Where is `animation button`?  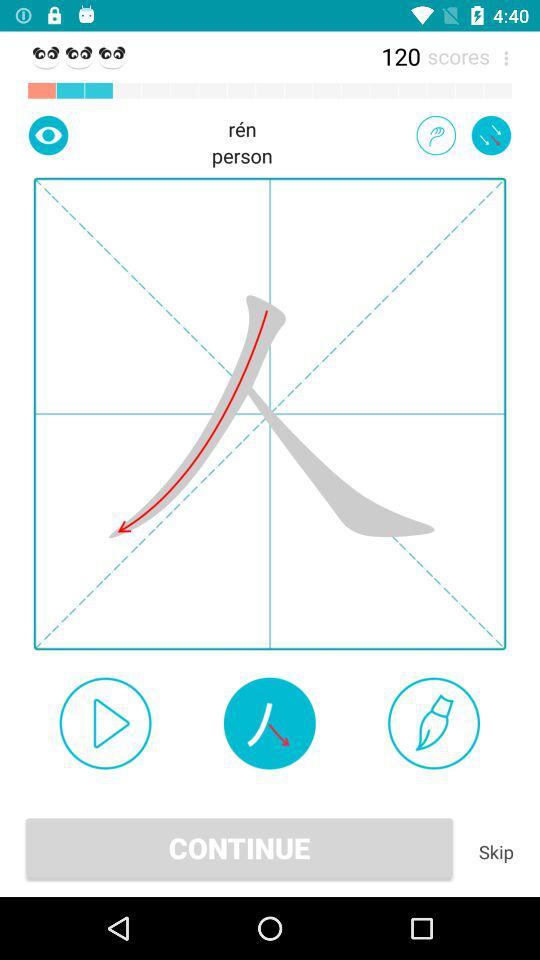 animation button is located at coordinates (435, 134).